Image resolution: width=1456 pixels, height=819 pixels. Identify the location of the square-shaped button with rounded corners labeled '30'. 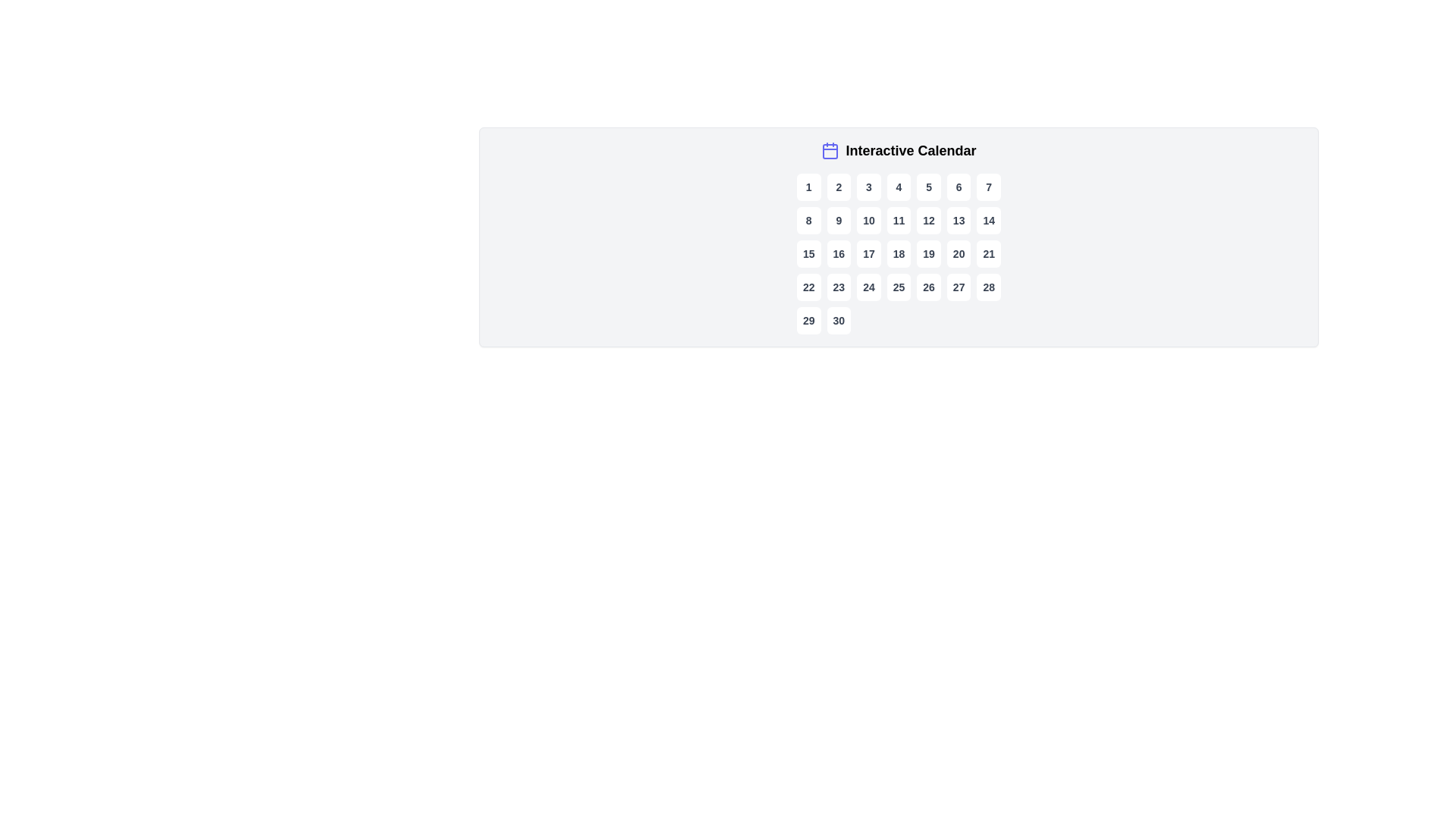
(838, 320).